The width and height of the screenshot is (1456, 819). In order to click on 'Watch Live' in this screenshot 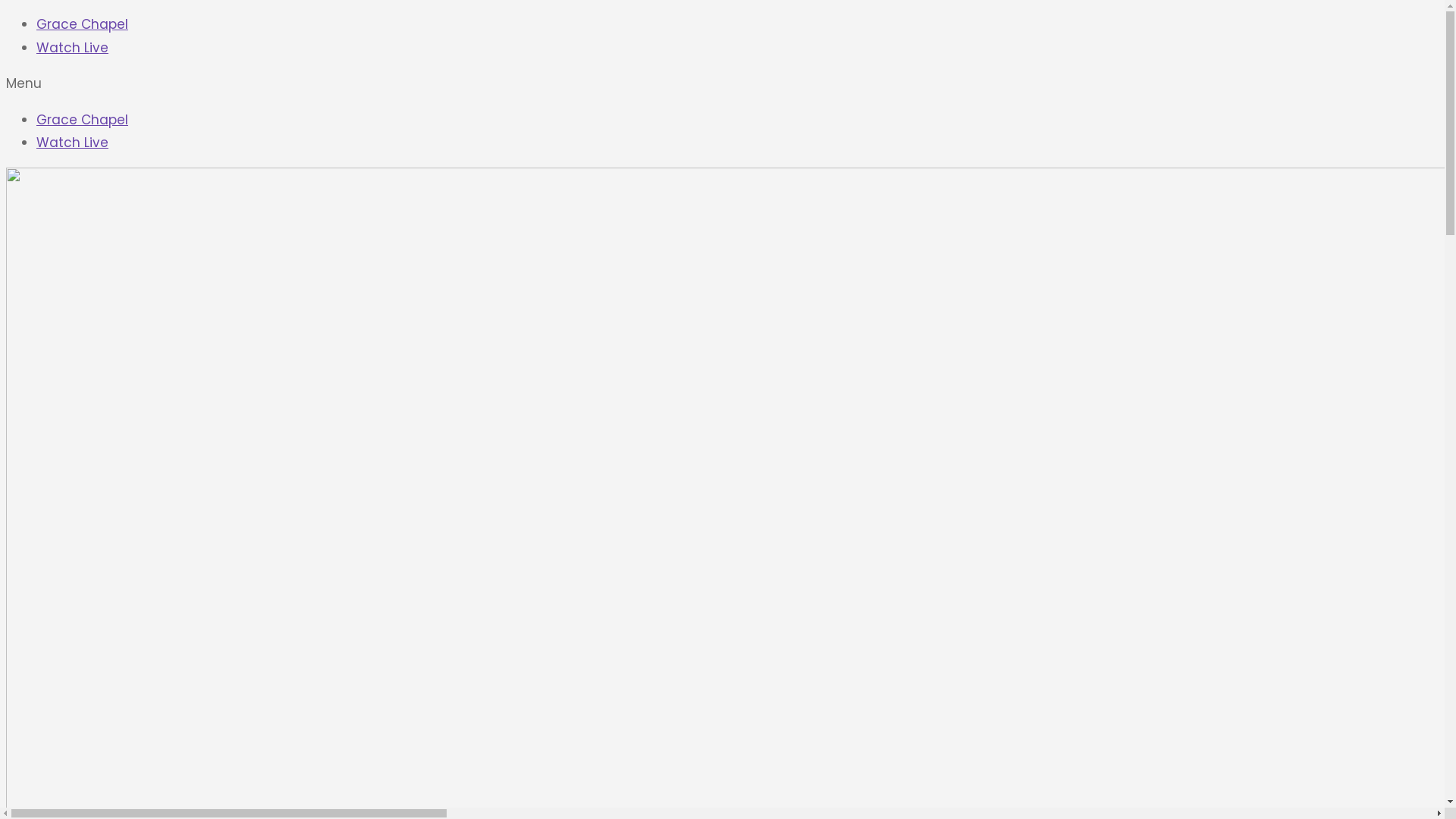, I will do `click(71, 143)`.